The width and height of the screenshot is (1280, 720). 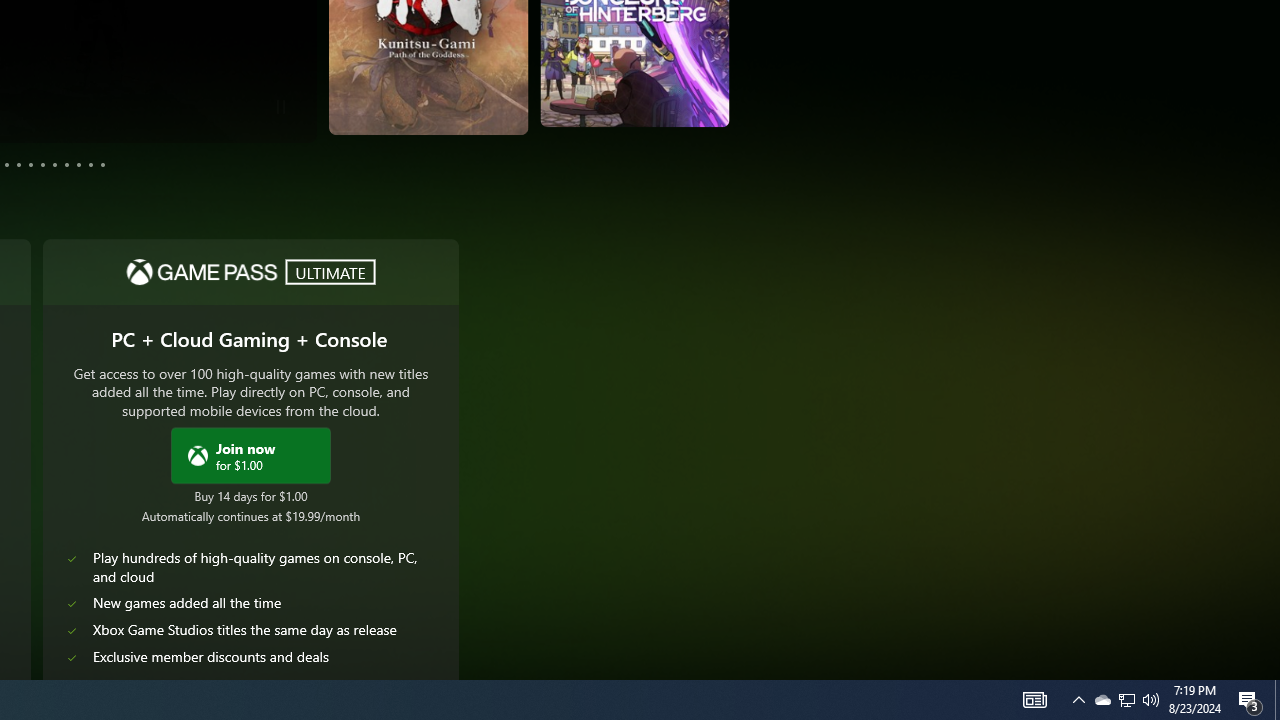 What do you see at coordinates (7, 163) in the screenshot?
I see `'Page 4'` at bounding box center [7, 163].